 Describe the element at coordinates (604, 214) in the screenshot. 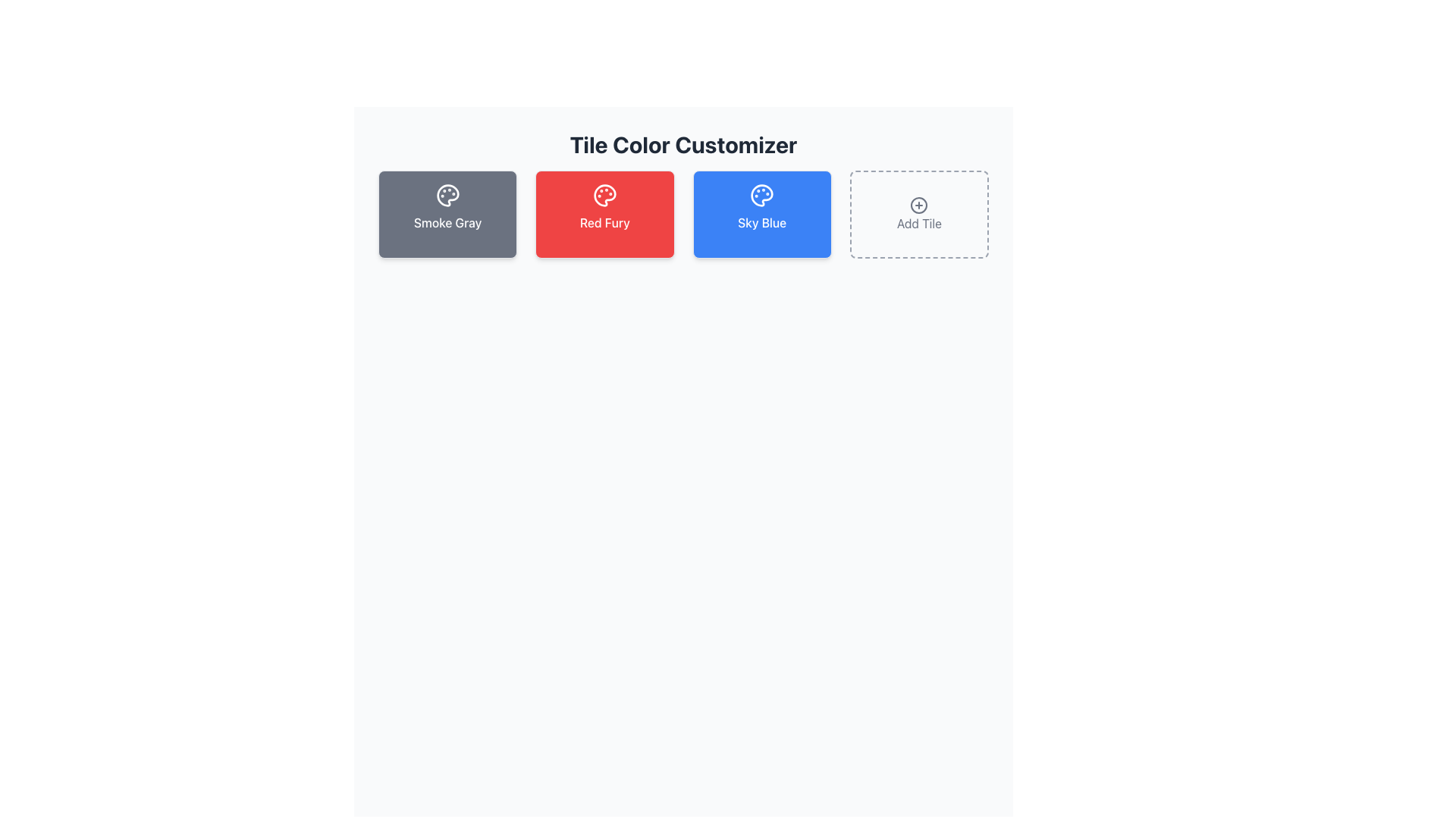

I see `the tile component with a red background and the text 'Red Fury'` at that location.